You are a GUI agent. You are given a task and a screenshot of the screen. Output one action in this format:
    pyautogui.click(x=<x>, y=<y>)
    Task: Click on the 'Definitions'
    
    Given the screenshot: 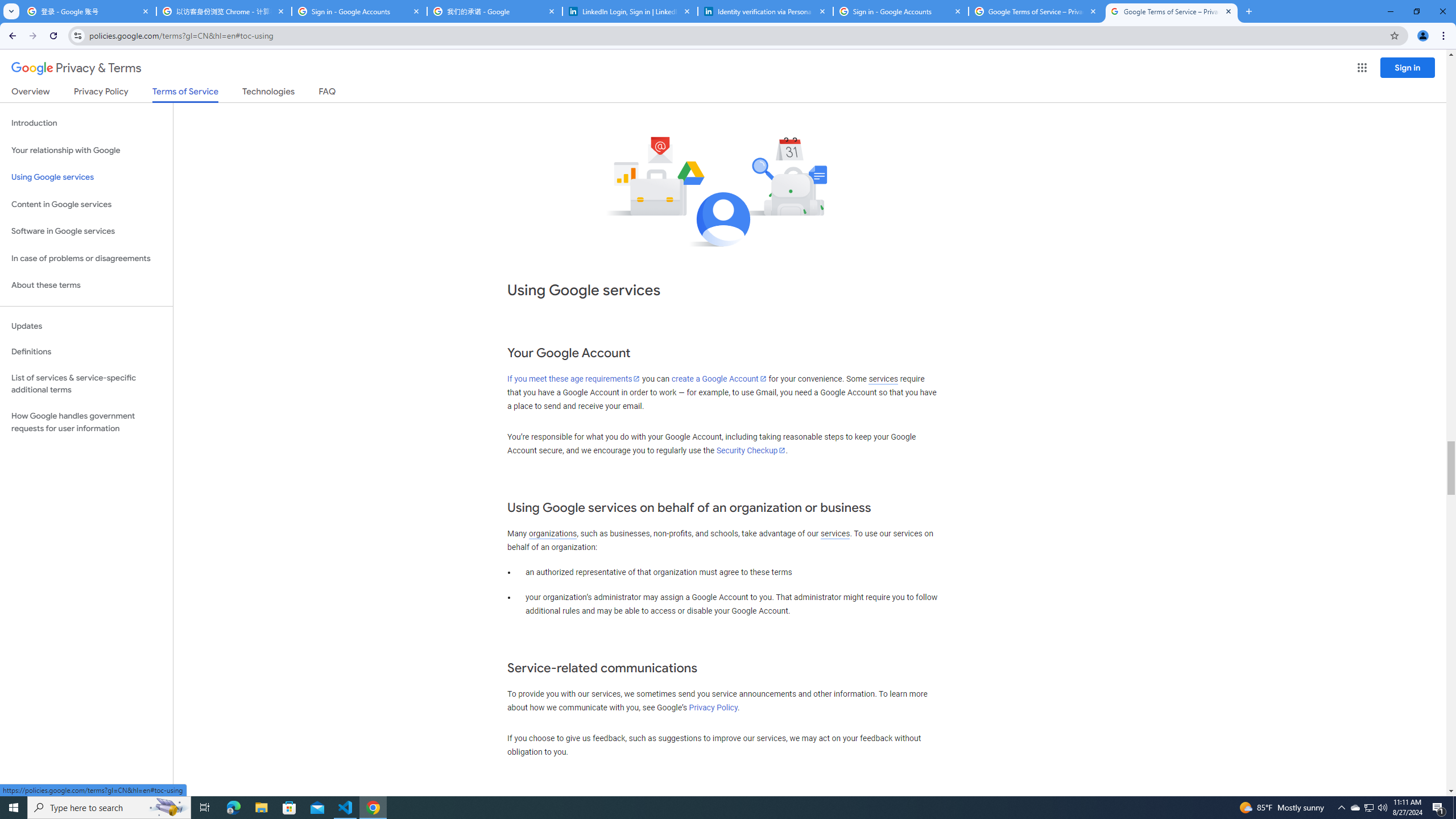 What is the action you would take?
    pyautogui.click(x=86, y=351)
    